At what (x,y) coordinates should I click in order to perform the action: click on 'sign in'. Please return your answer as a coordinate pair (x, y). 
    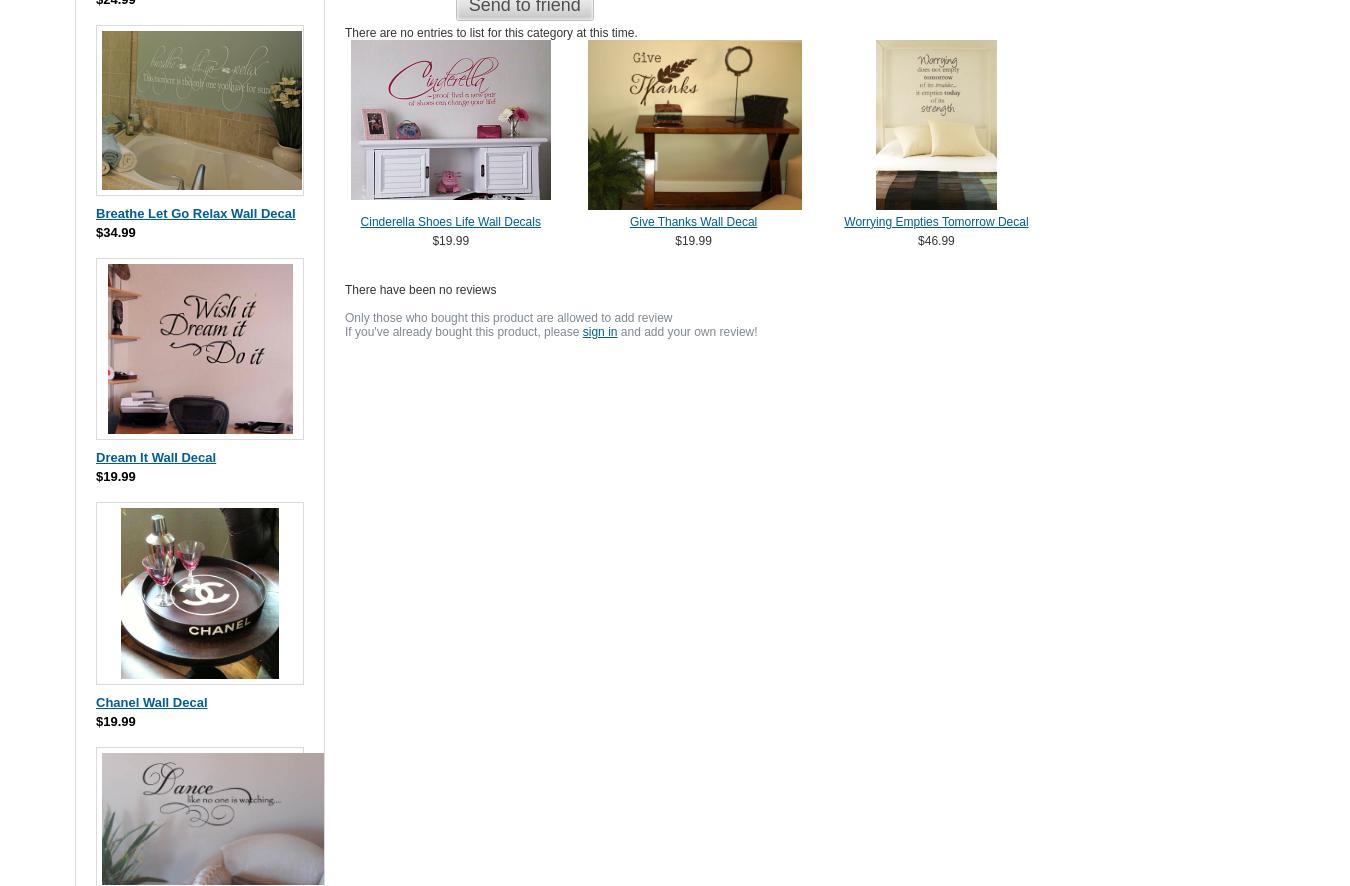
    Looking at the image, I should click on (599, 330).